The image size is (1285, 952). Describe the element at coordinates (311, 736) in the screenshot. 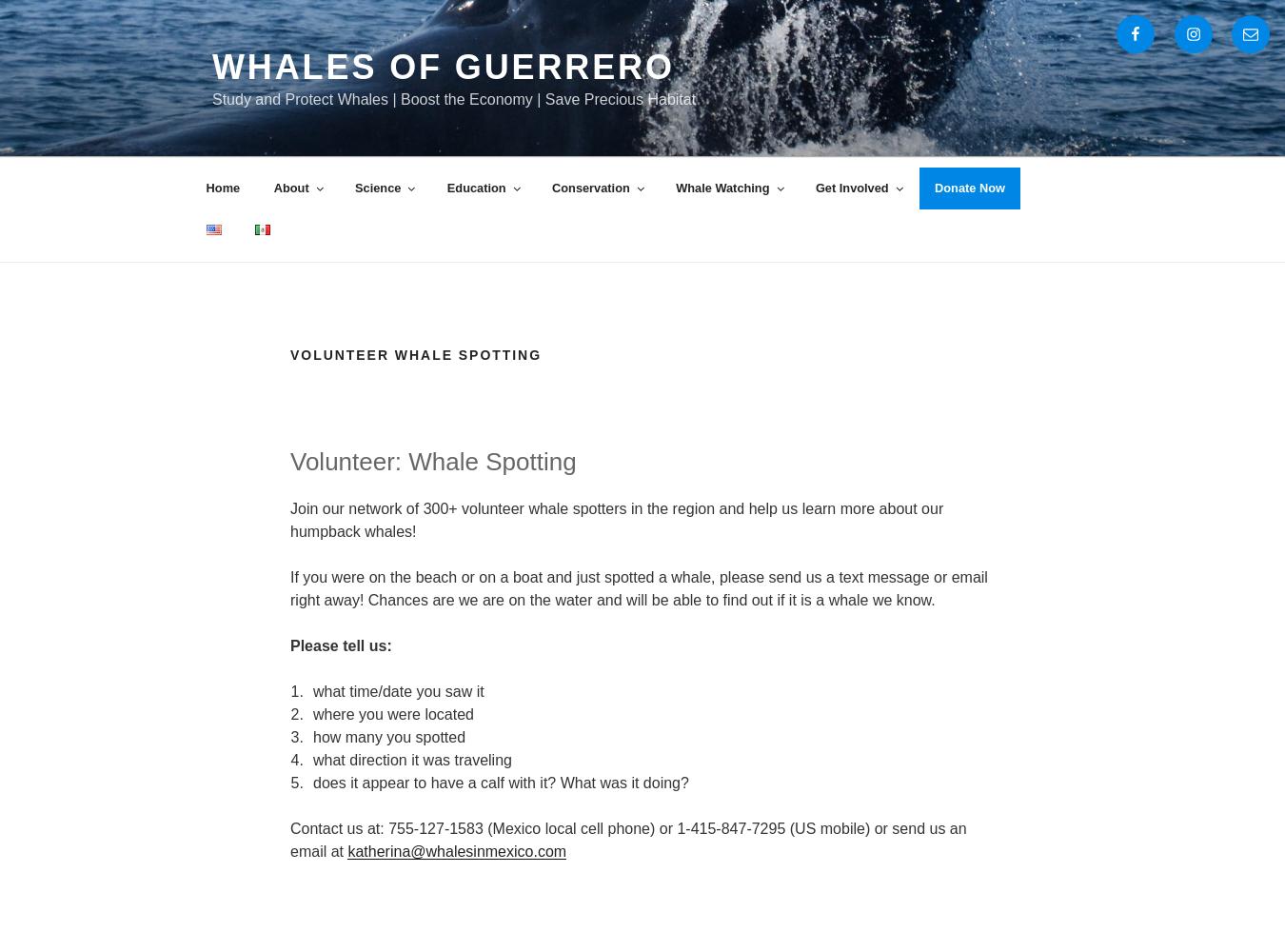

I see `'how many you spotted'` at that location.